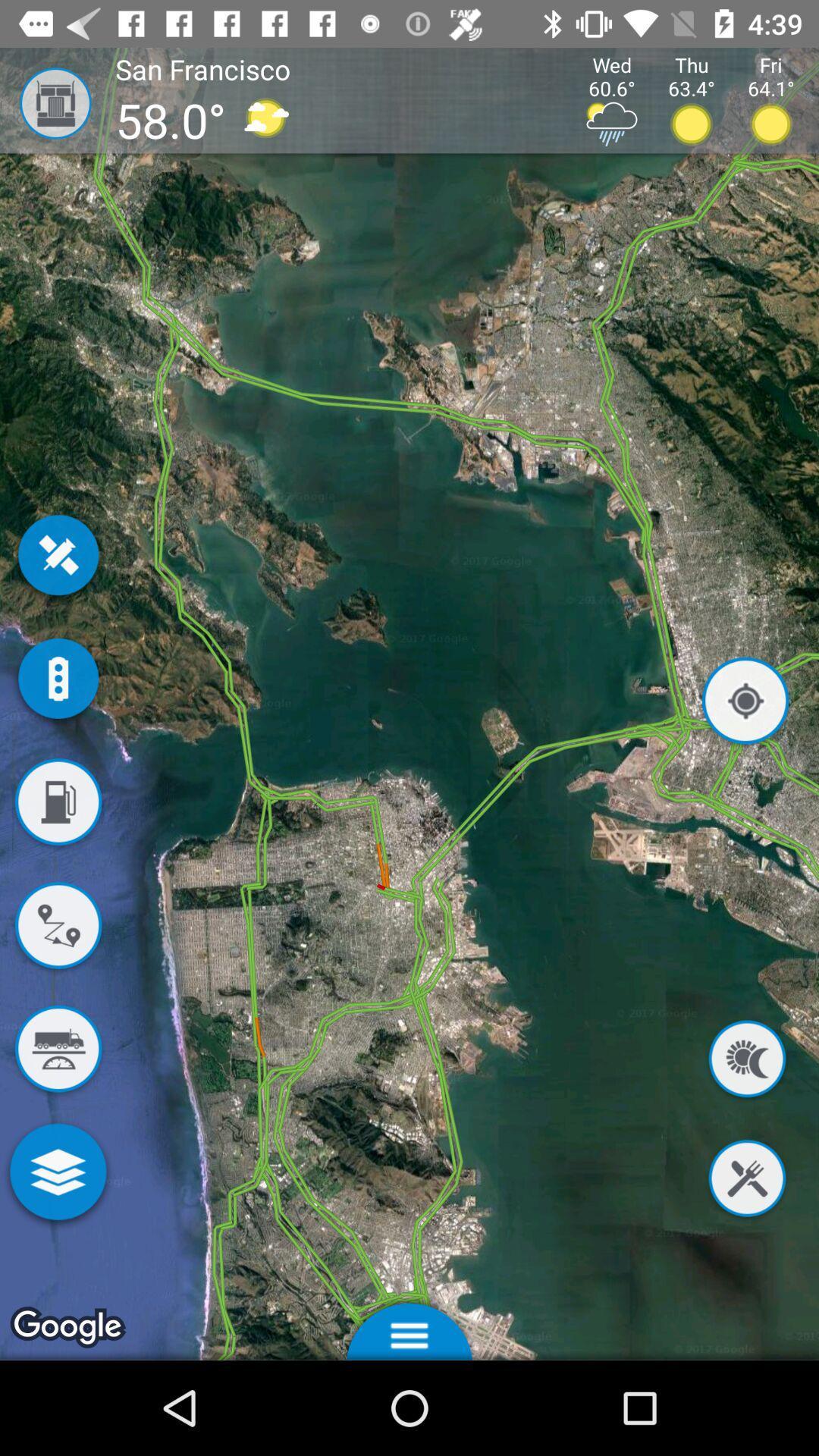 Image resolution: width=819 pixels, height=1456 pixels. I want to click on map layer, so click(57, 1174).